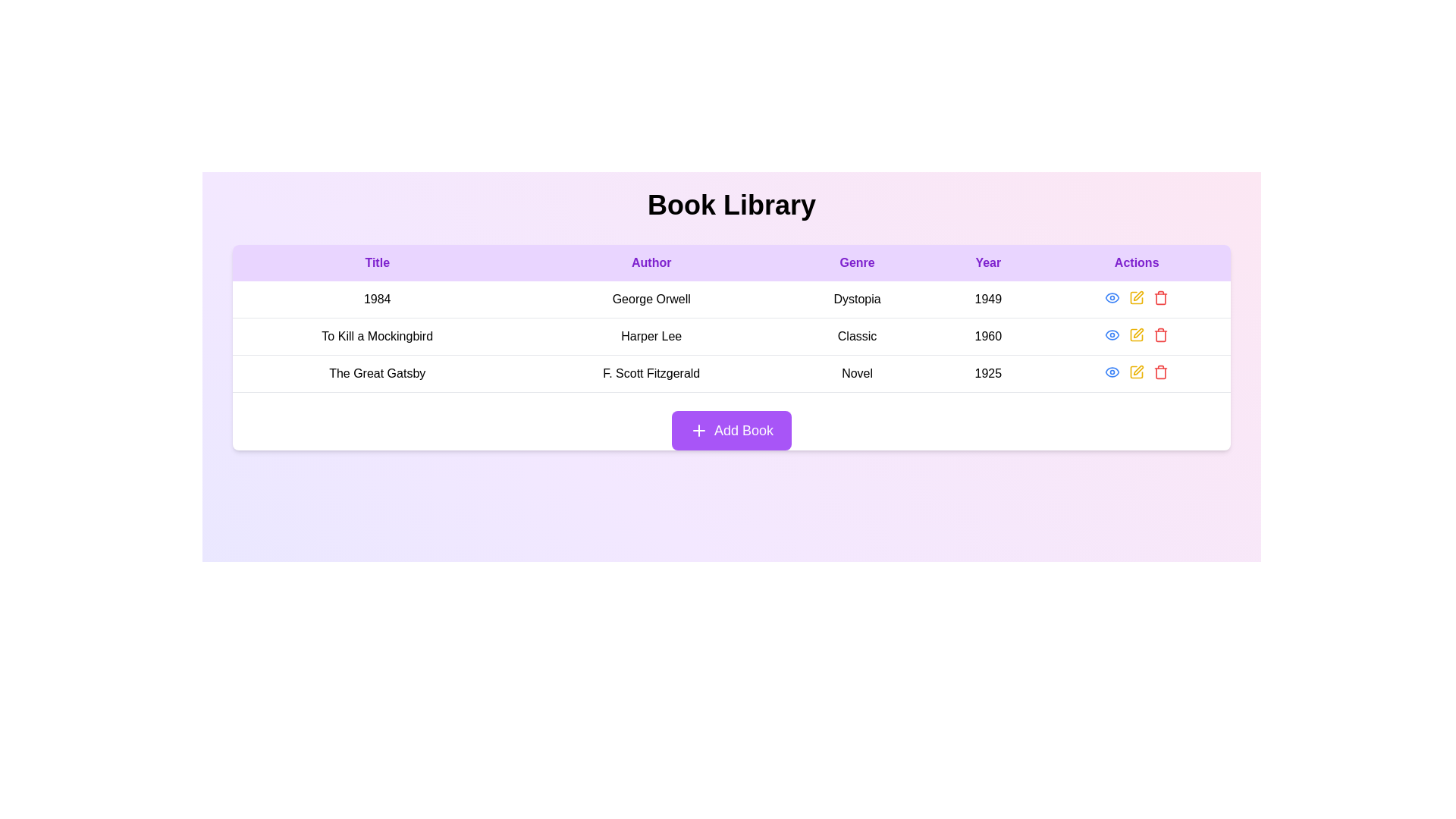  Describe the element at coordinates (988, 262) in the screenshot. I see `the text label displaying 'Year' in bold purple font on a lavender background, which is the fourth header in a table row` at that location.